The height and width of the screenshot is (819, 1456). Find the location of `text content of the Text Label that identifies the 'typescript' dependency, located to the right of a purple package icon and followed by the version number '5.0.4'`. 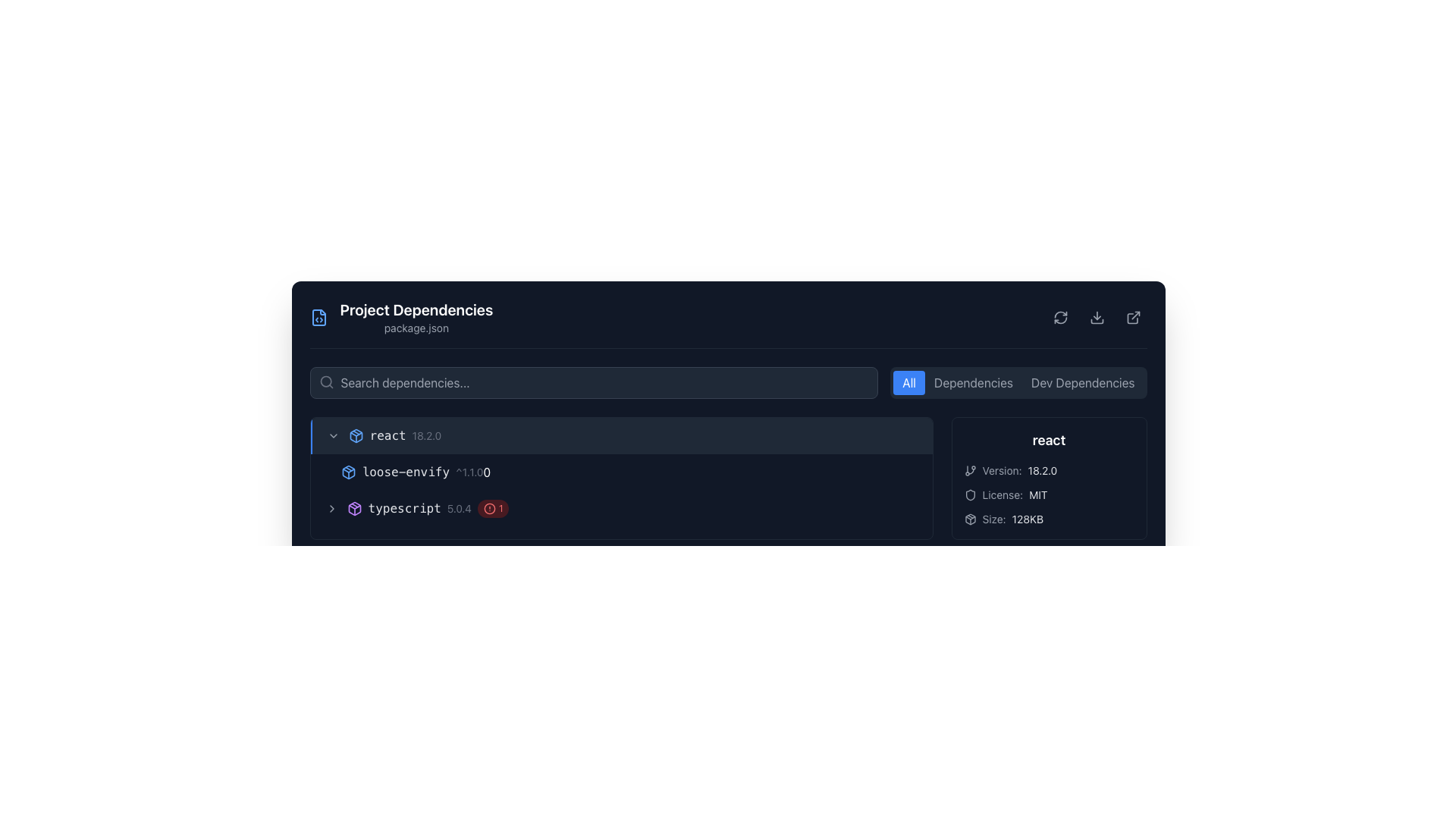

text content of the Text Label that identifies the 'typescript' dependency, located to the right of a purple package icon and followed by the version number '5.0.4' is located at coordinates (404, 509).